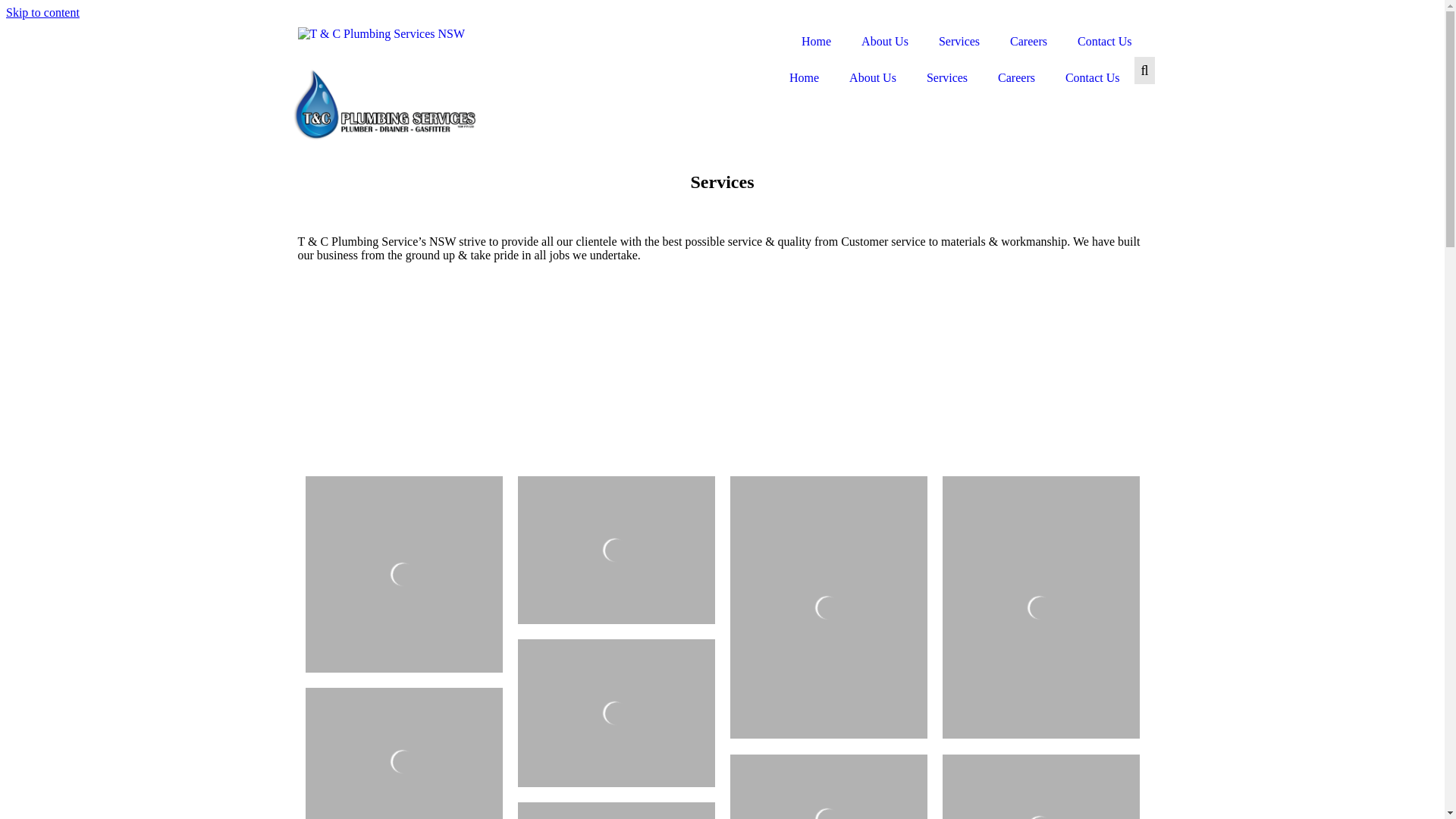 Image resolution: width=1456 pixels, height=819 pixels. What do you see at coordinates (946, 78) in the screenshot?
I see `'Services'` at bounding box center [946, 78].